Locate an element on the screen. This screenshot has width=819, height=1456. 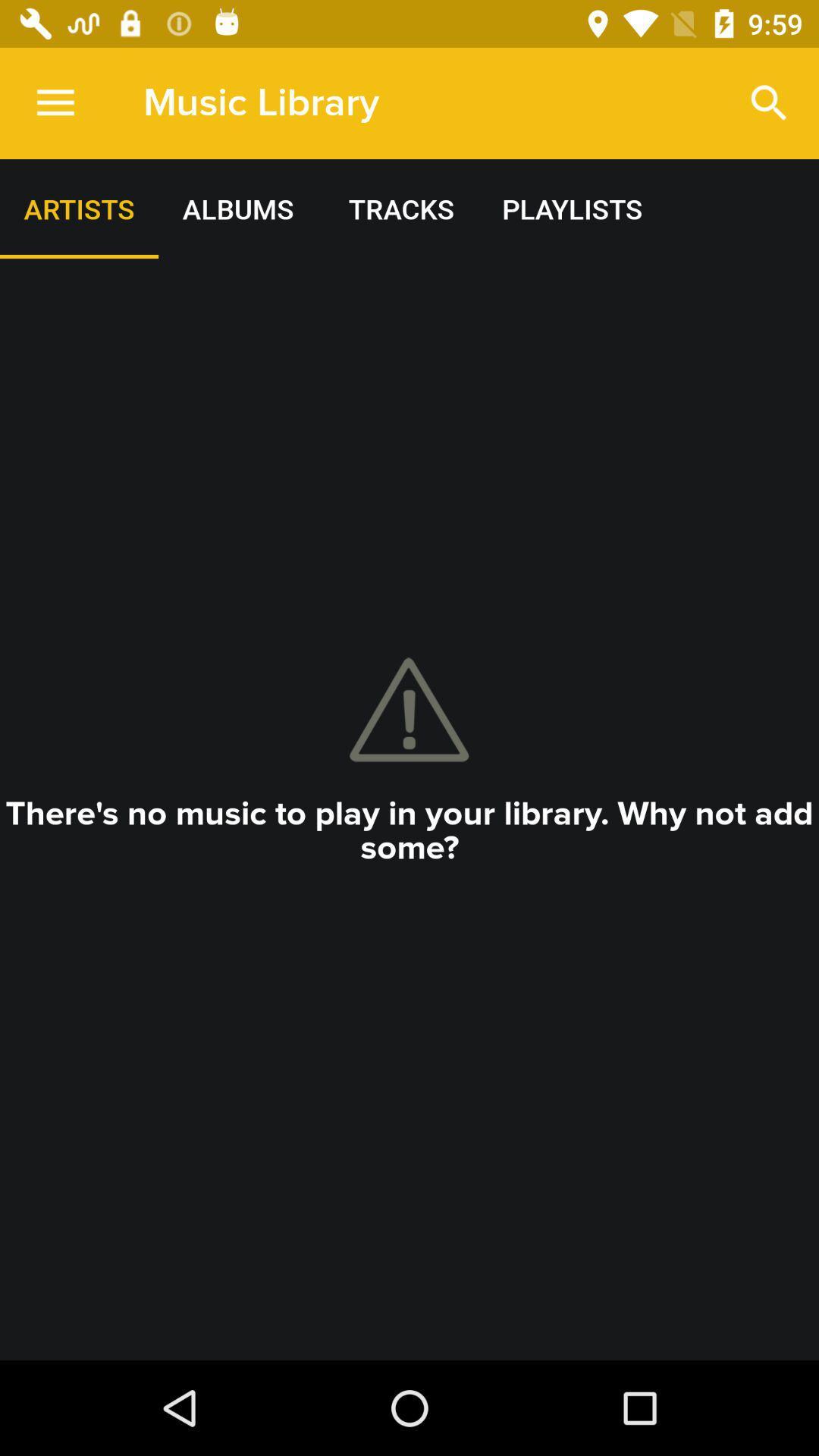
the icon to the left of music library is located at coordinates (55, 102).